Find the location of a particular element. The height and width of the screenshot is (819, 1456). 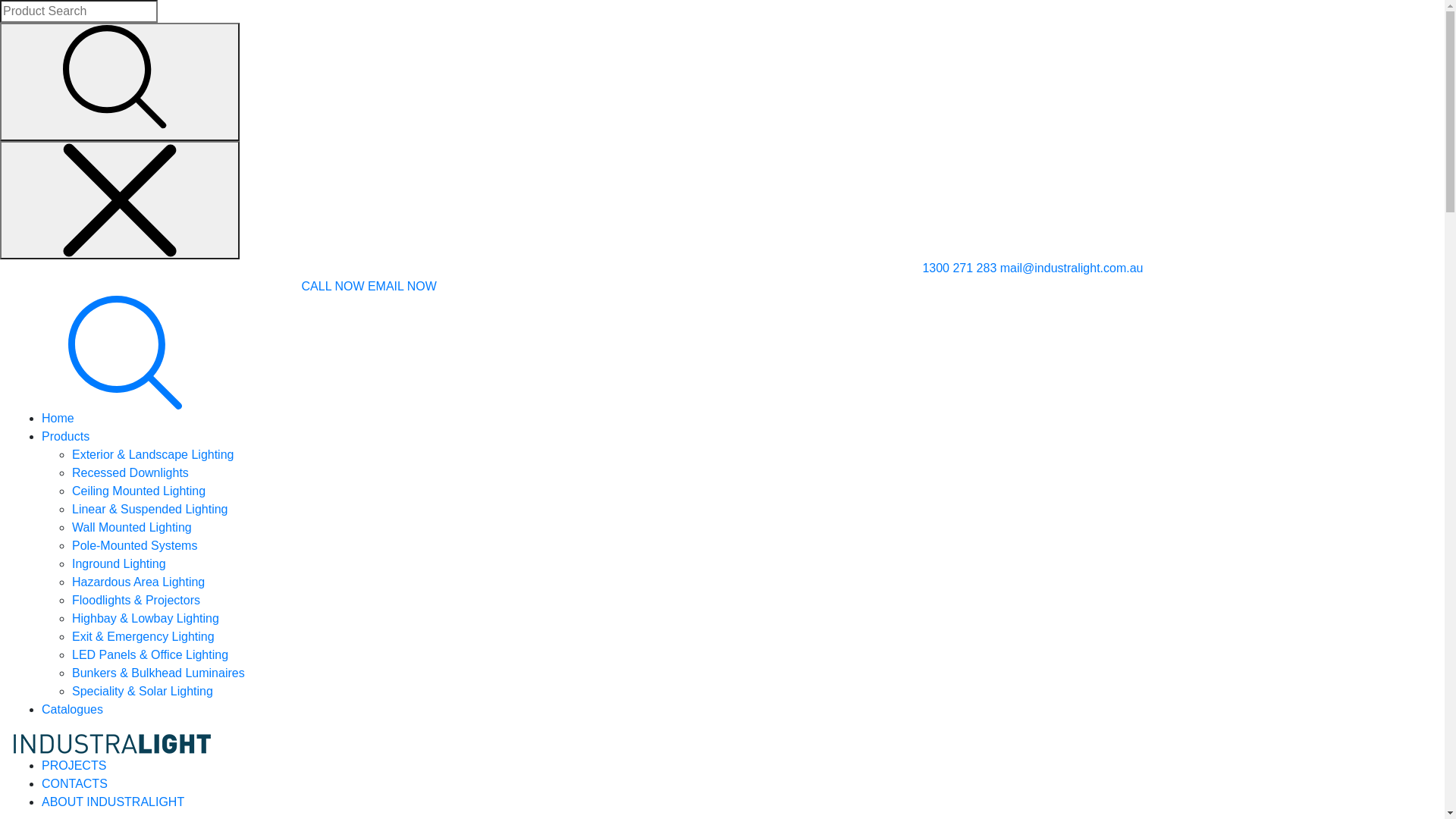

'Pole-Mounted Systems' is located at coordinates (134, 544).